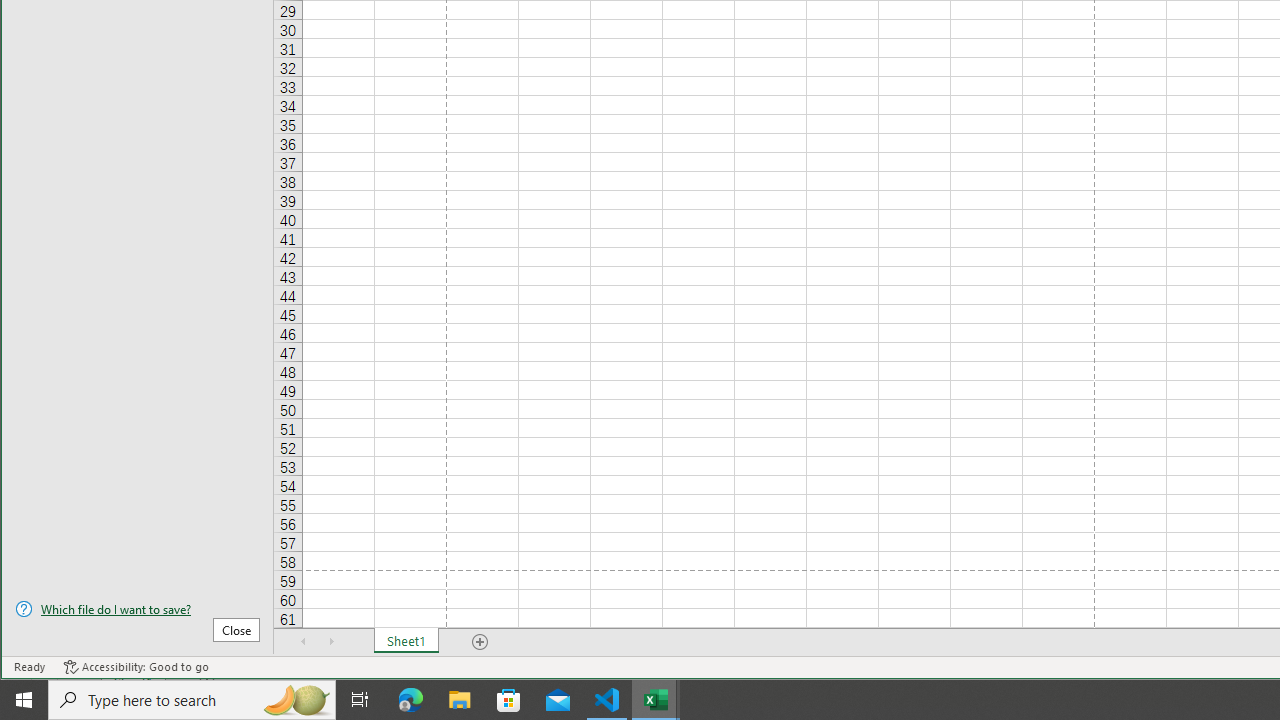  I want to click on 'Microsoft Store', so click(509, 698).